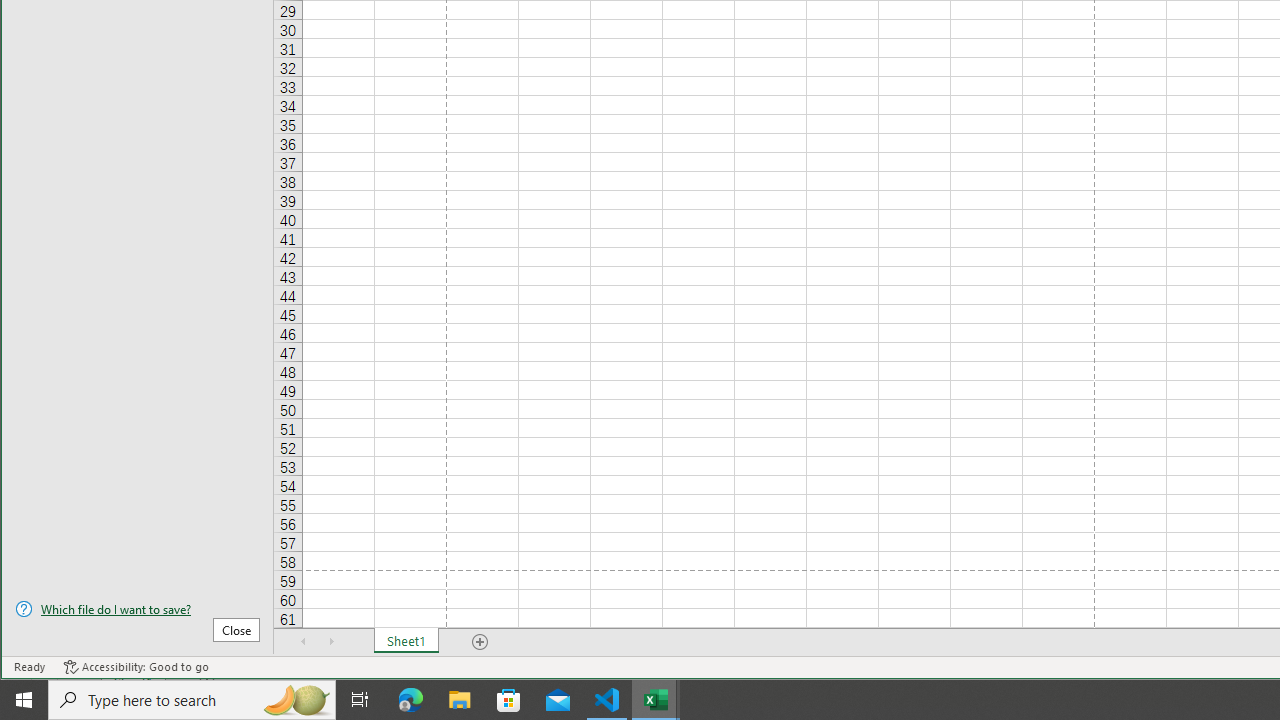  I want to click on 'Microsoft Store', so click(509, 698).